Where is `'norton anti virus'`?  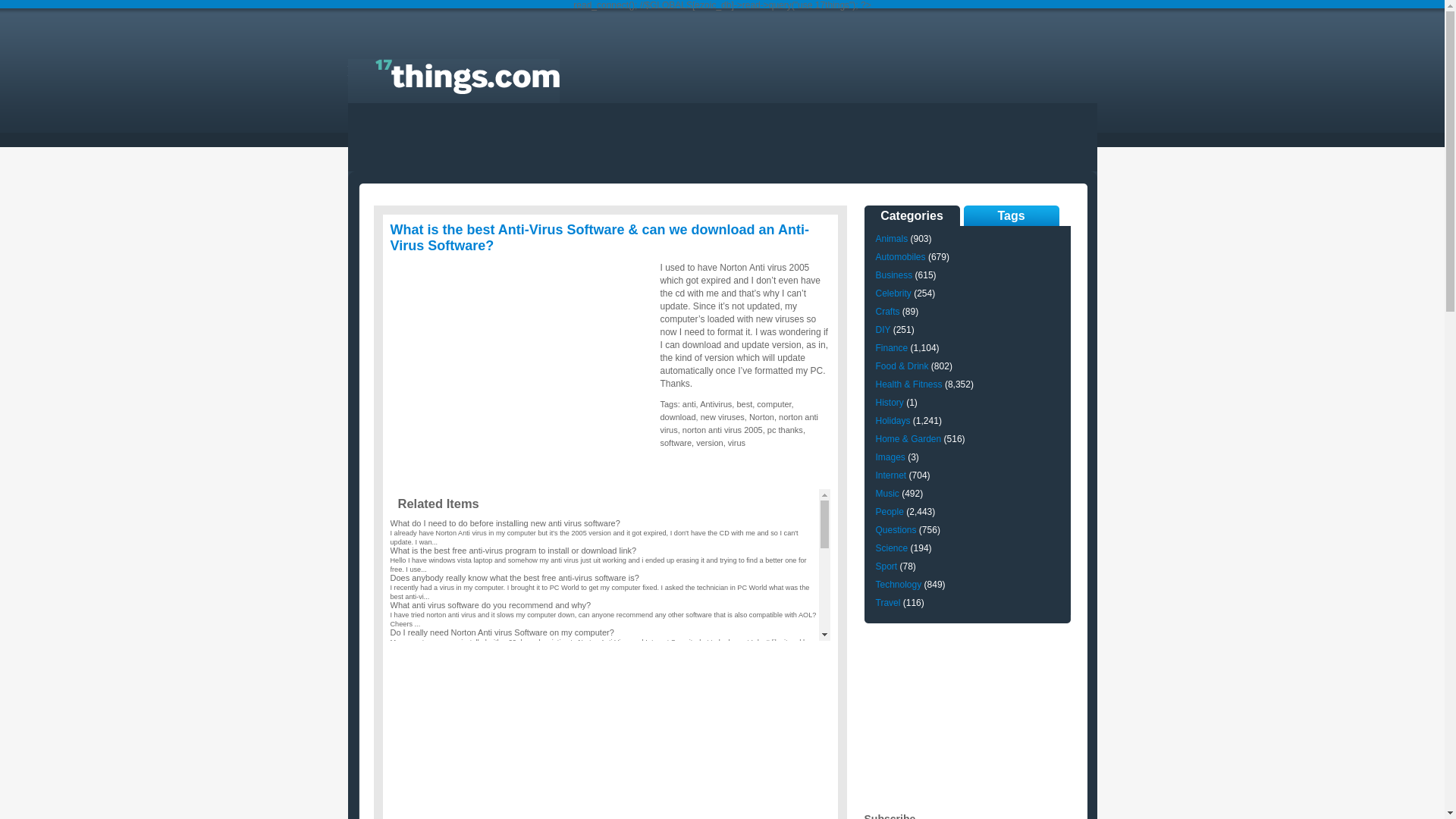 'norton anti virus' is located at coordinates (739, 423).